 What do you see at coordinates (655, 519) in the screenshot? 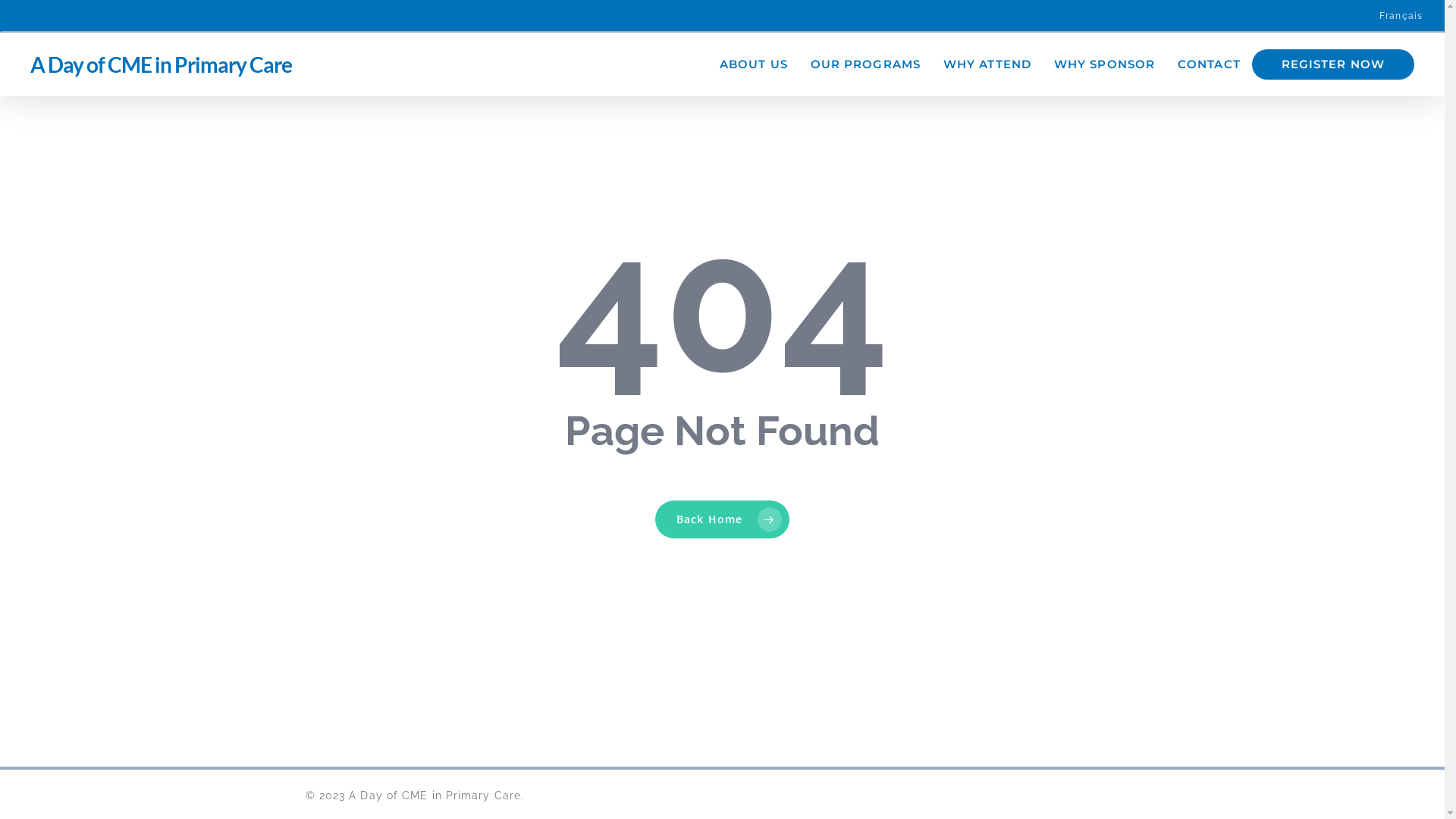
I see `'Back Home'` at bounding box center [655, 519].